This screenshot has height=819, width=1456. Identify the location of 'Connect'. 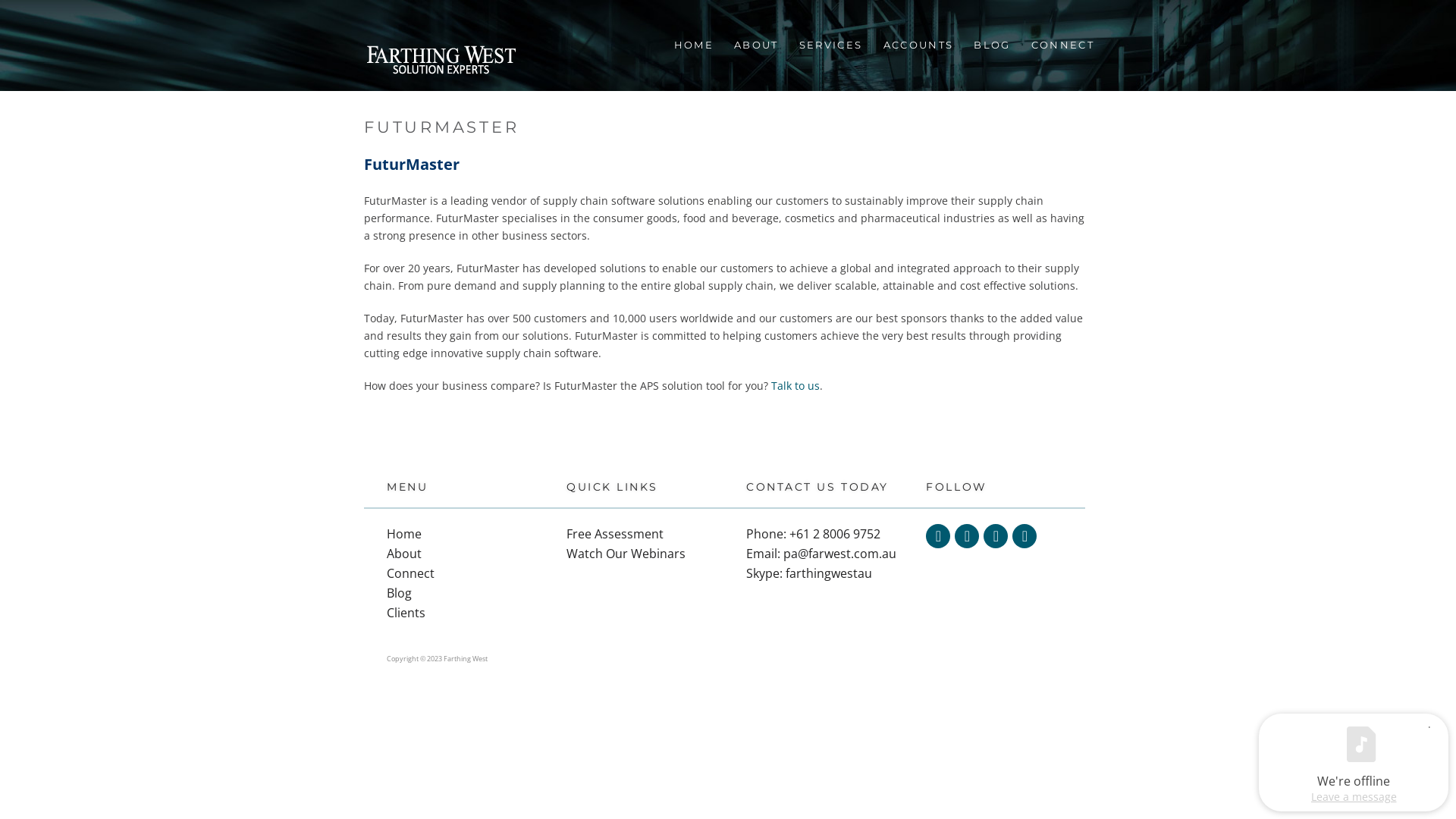
(410, 573).